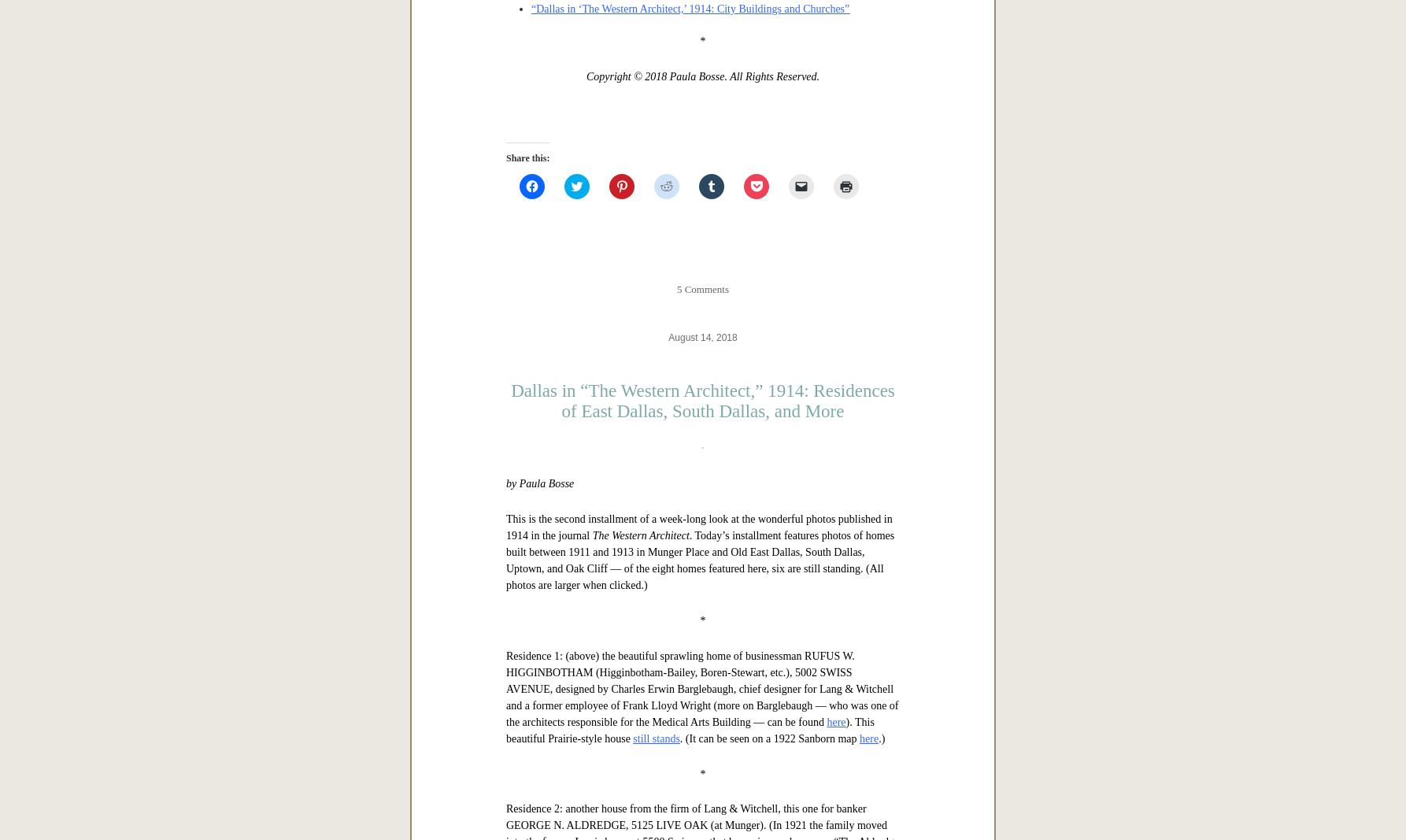 Image resolution: width=1406 pixels, height=840 pixels. Describe the element at coordinates (713, 374) in the screenshot. I see `'“Dallas in ‘The Western Architect,’ 1914: Residences of East Dallas, South Dallas, and More”'` at that location.